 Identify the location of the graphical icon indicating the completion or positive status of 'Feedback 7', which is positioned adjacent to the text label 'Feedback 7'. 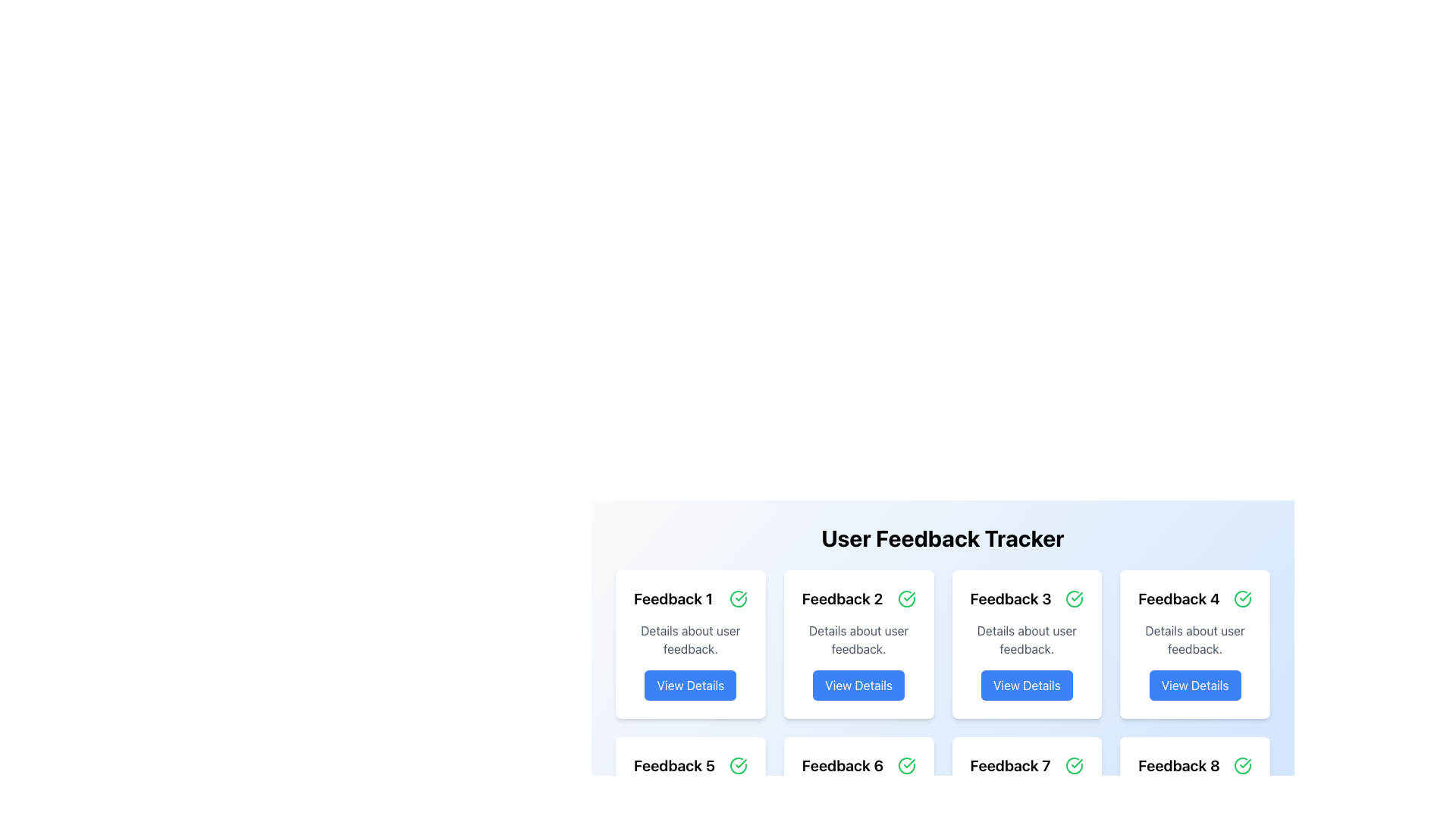
(1074, 766).